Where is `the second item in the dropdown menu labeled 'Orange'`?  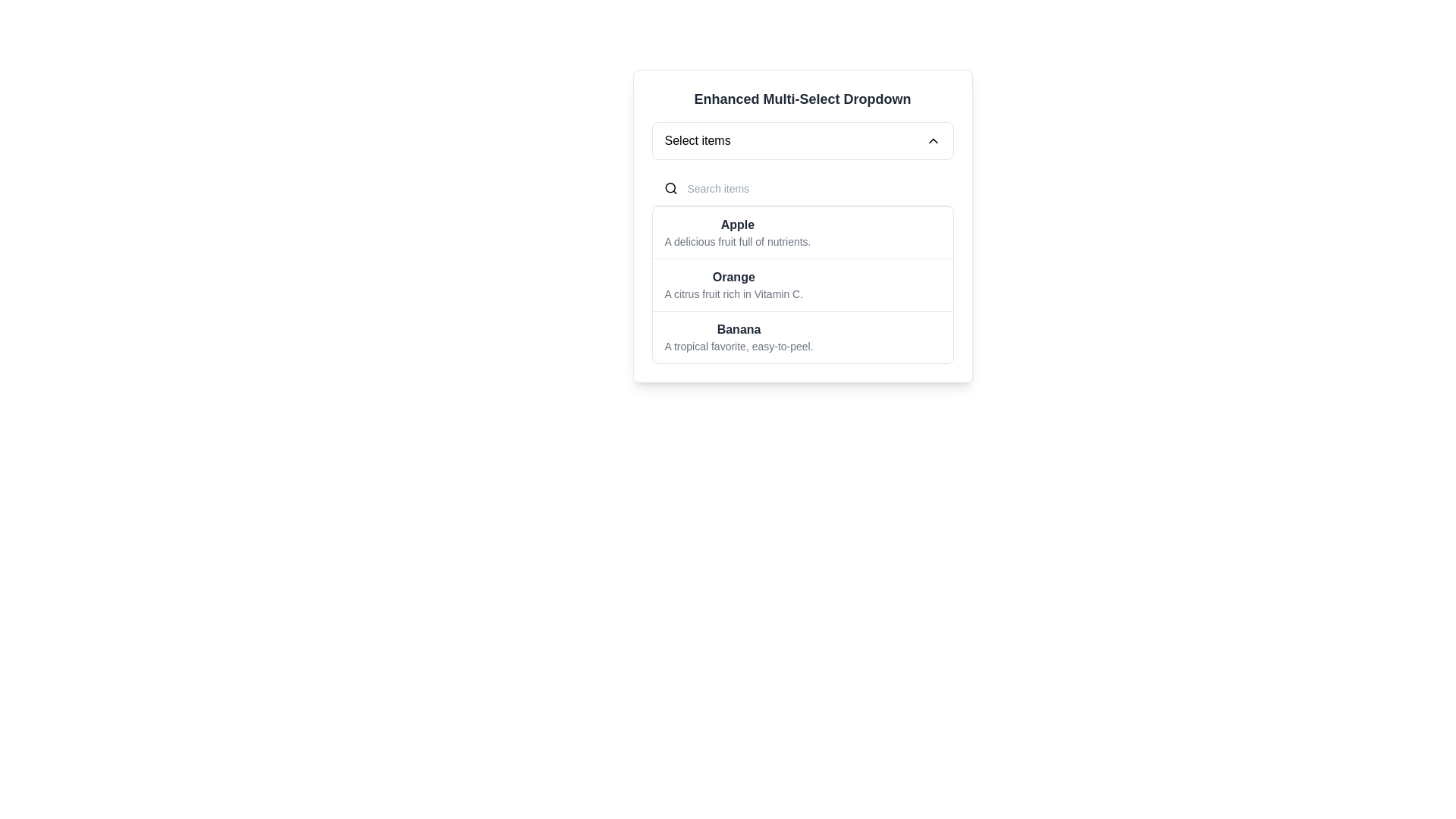 the second item in the dropdown menu labeled 'Orange' is located at coordinates (802, 284).